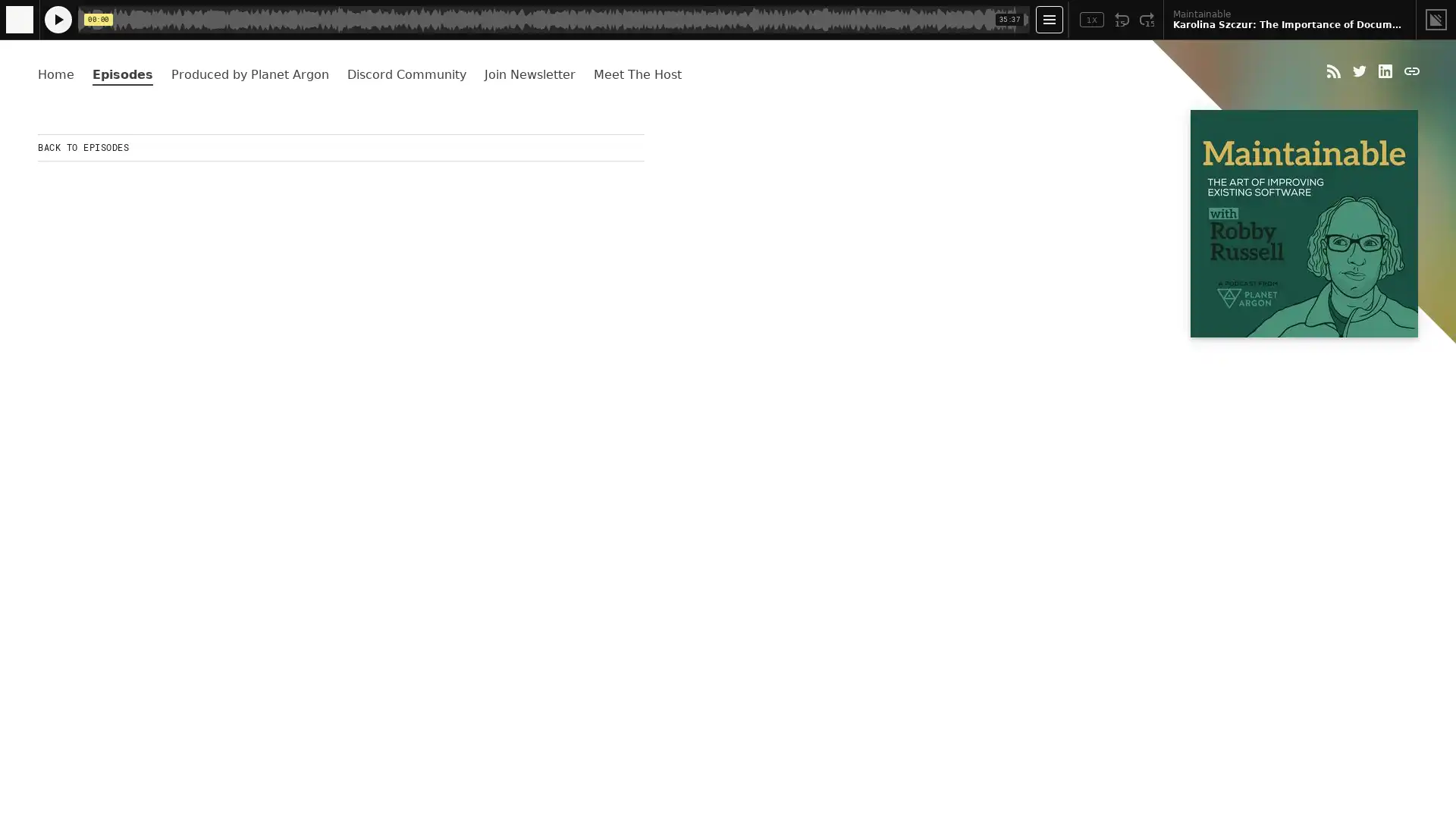  Describe the element at coordinates (1048, 20) in the screenshot. I see `Open Player Settings` at that location.